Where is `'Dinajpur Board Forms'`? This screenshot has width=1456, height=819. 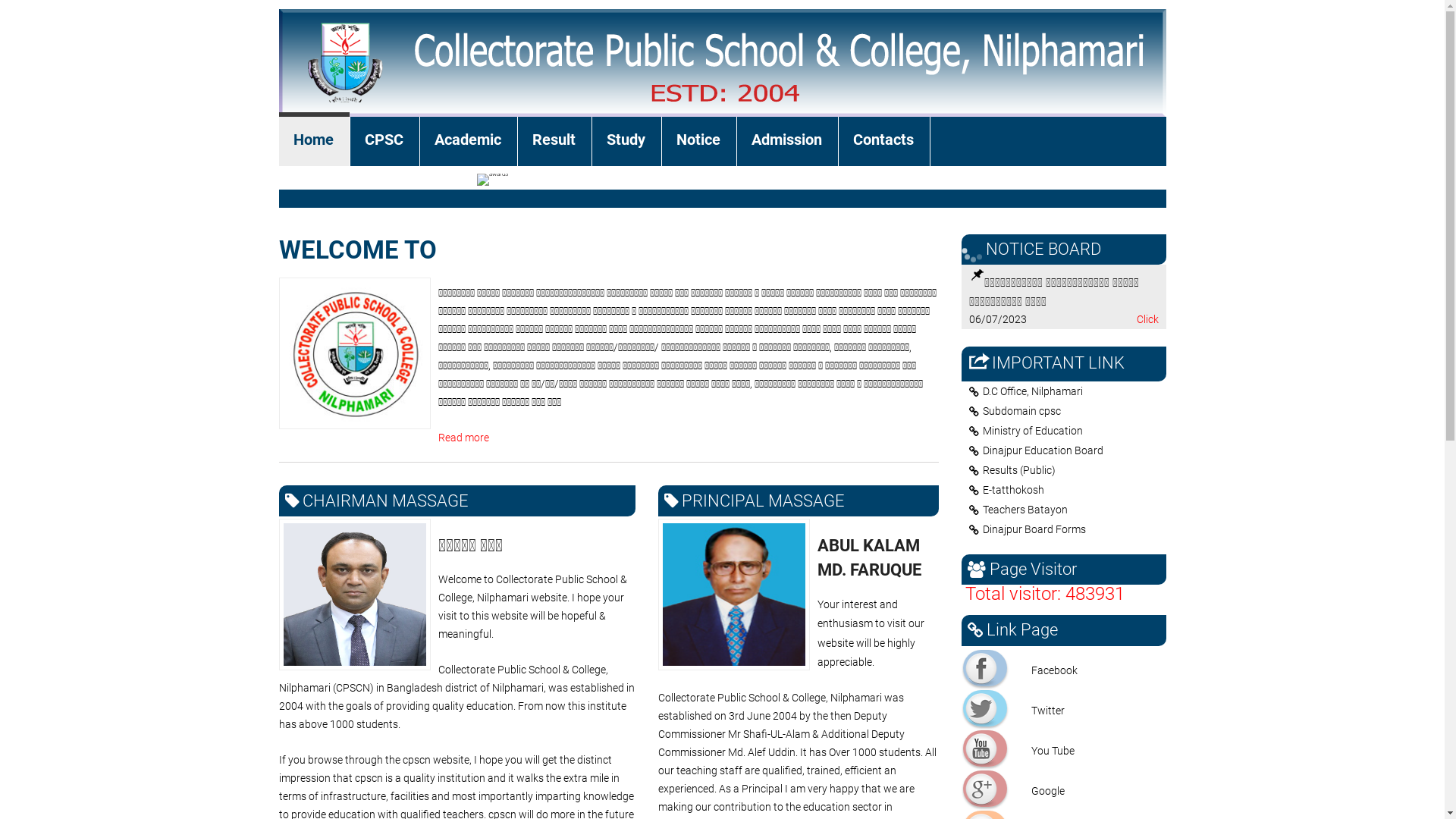
'Dinajpur Board Forms' is located at coordinates (1066, 529).